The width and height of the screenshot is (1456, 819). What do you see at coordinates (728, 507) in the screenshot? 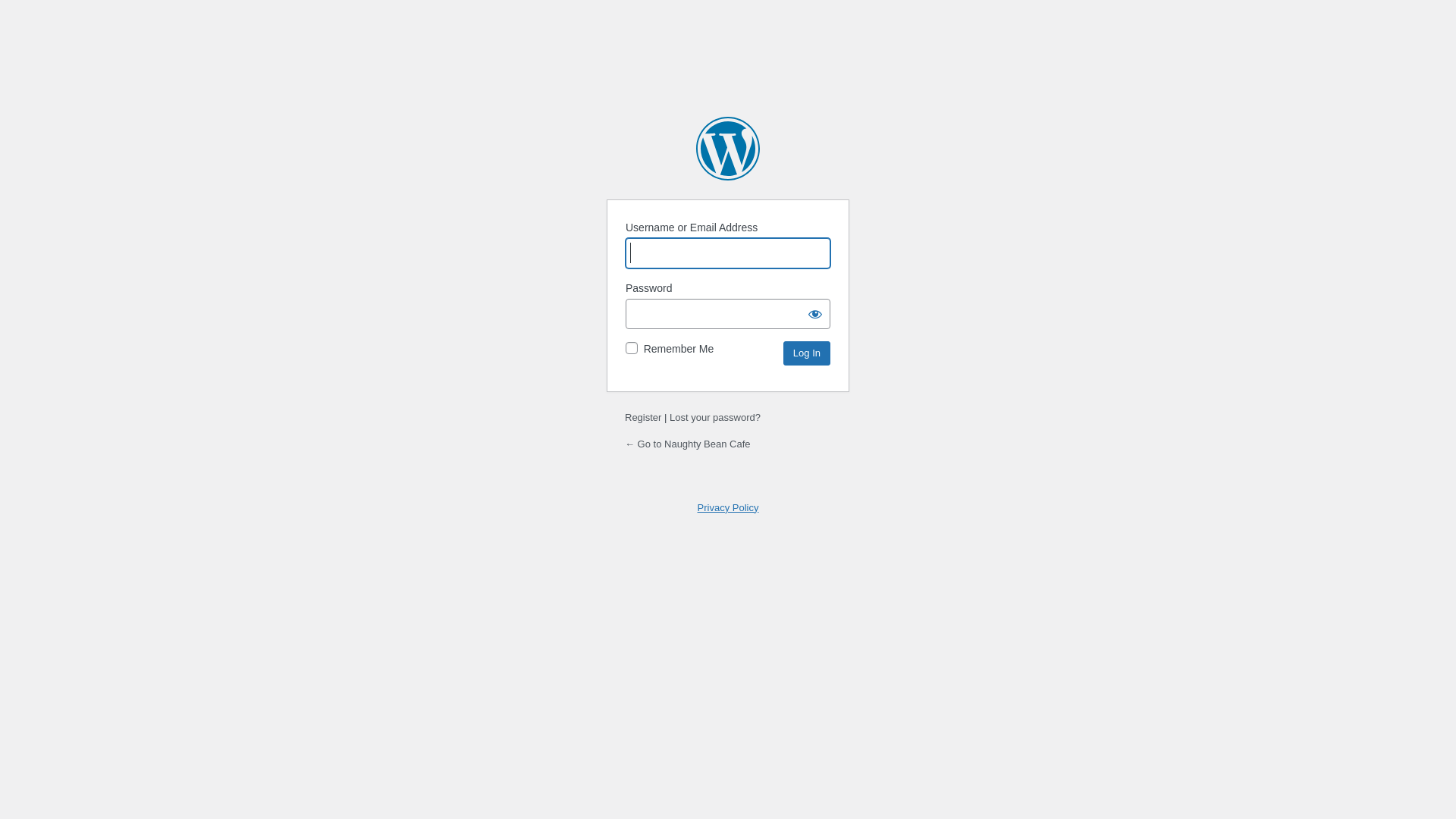
I see `'Privacy Policy'` at bounding box center [728, 507].